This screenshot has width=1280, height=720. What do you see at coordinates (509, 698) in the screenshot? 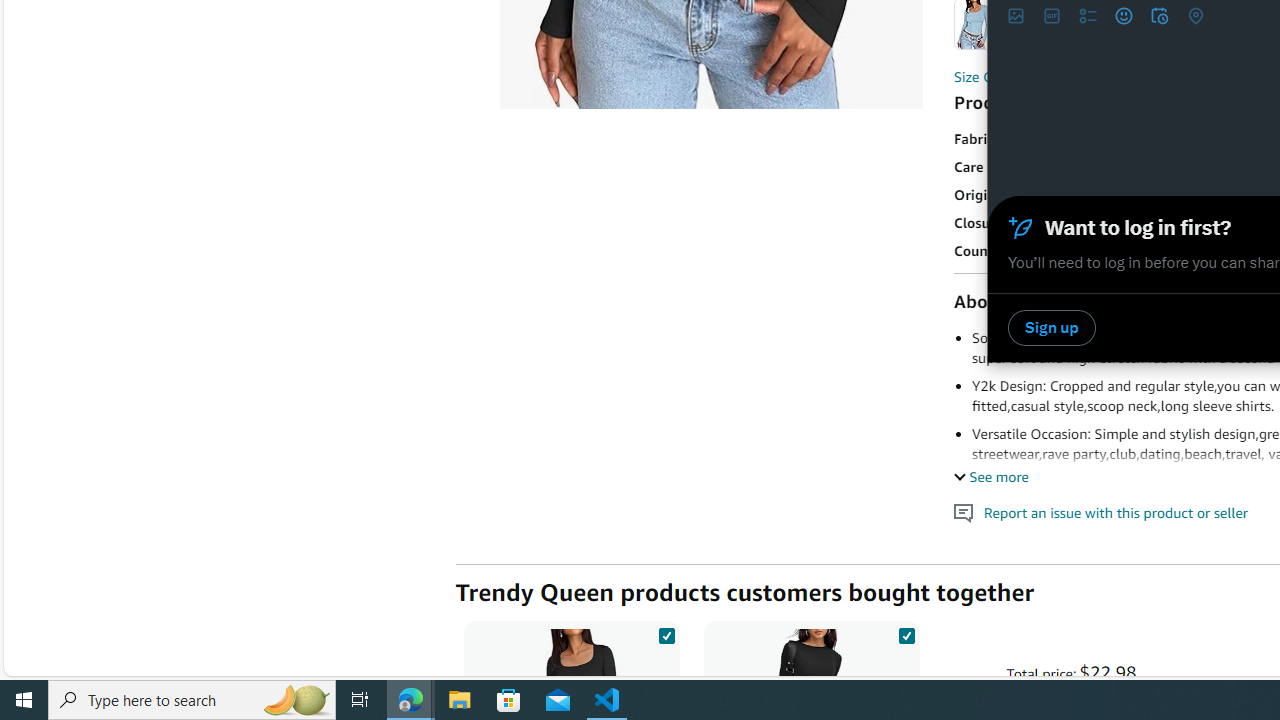
I see `'Microsoft Store'` at bounding box center [509, 698].